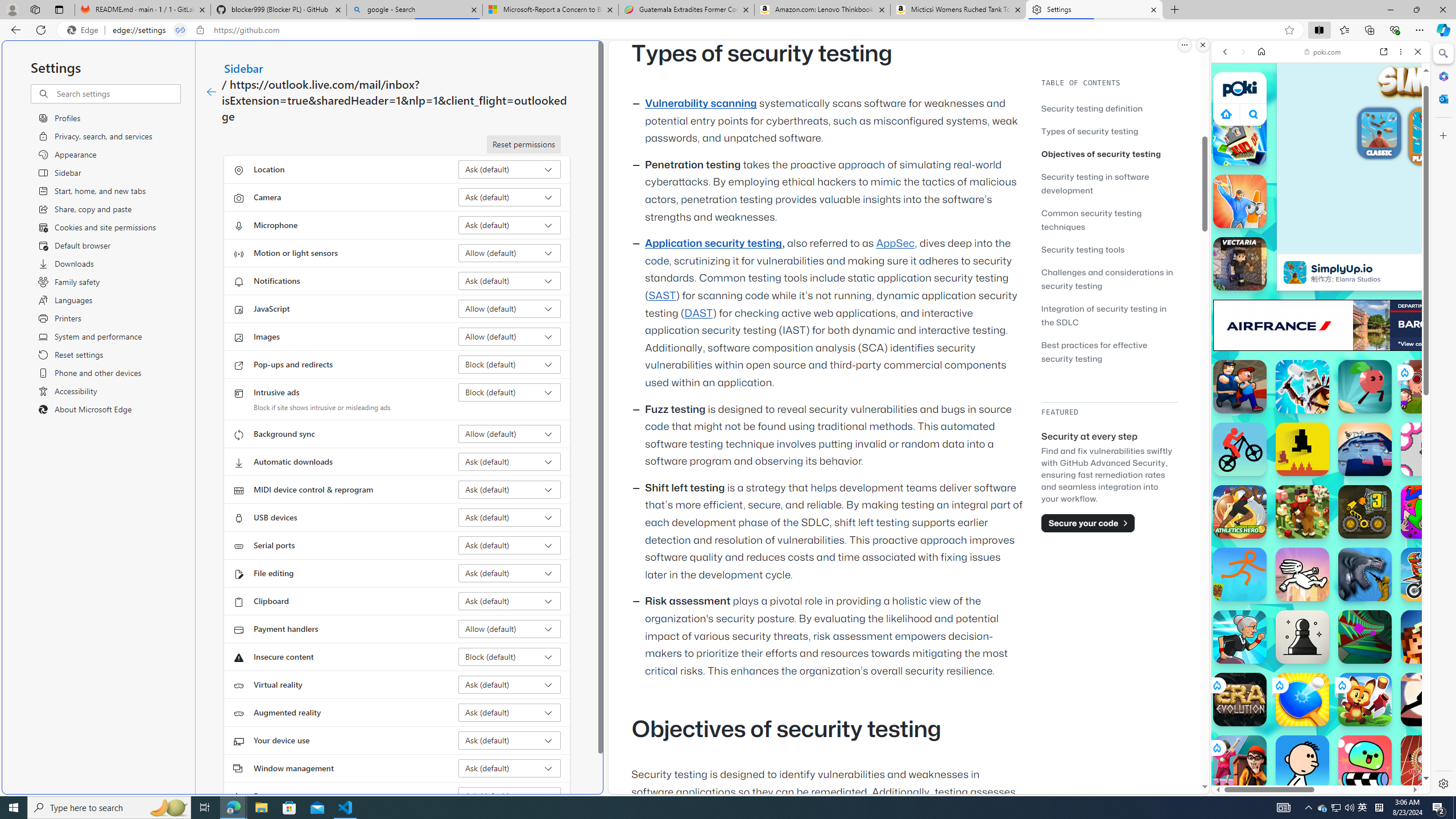 Image resolution: width=1456 pixels, height=819 pixels. What do you see at coordinates (1108, 183) in the screenshot?
I see `'Security testing in software development'` at bounding box center [1108, 183].